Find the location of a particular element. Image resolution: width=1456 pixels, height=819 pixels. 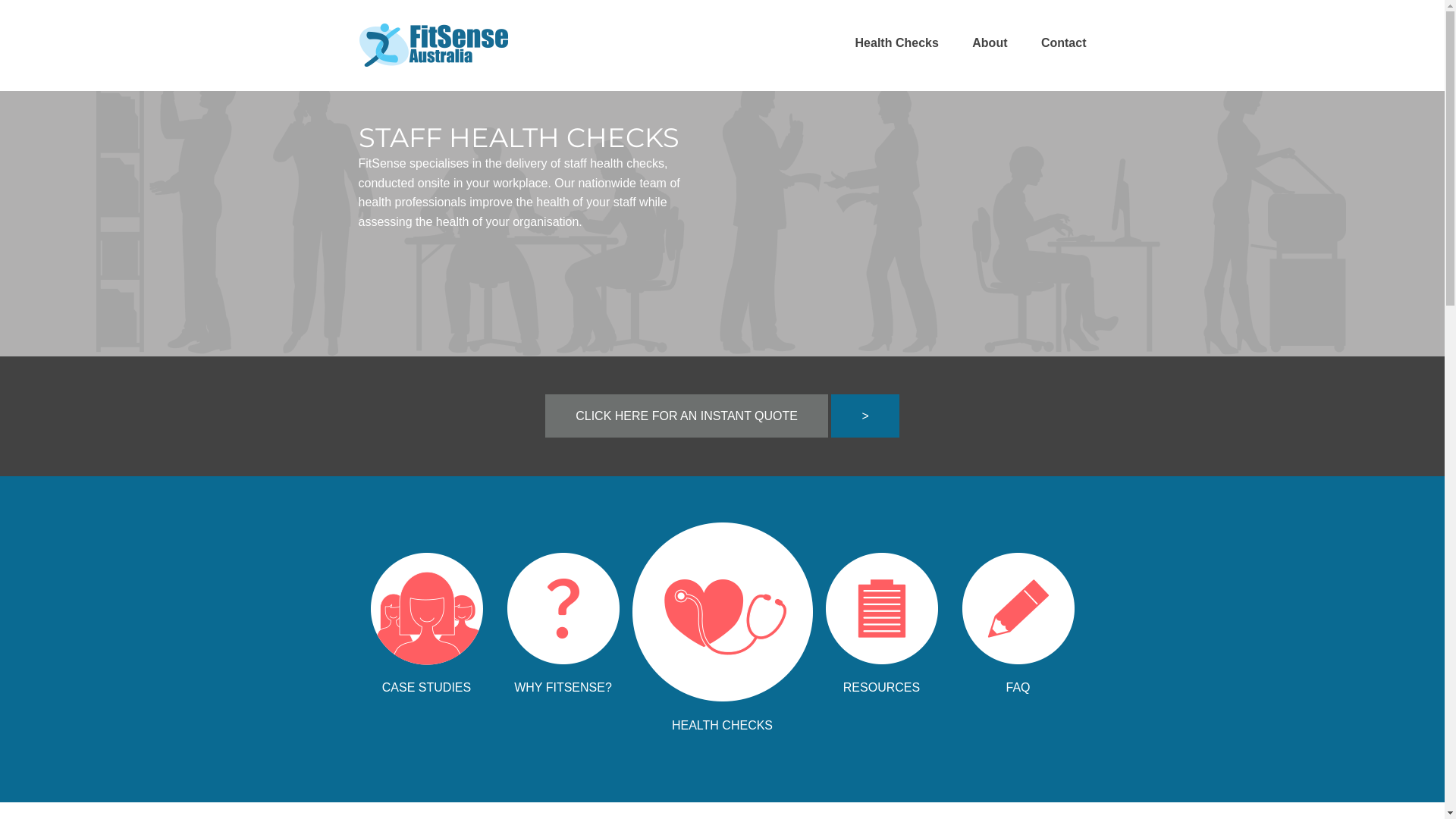

'WHY FITSENSE?' is located at coordinates (562, 615).